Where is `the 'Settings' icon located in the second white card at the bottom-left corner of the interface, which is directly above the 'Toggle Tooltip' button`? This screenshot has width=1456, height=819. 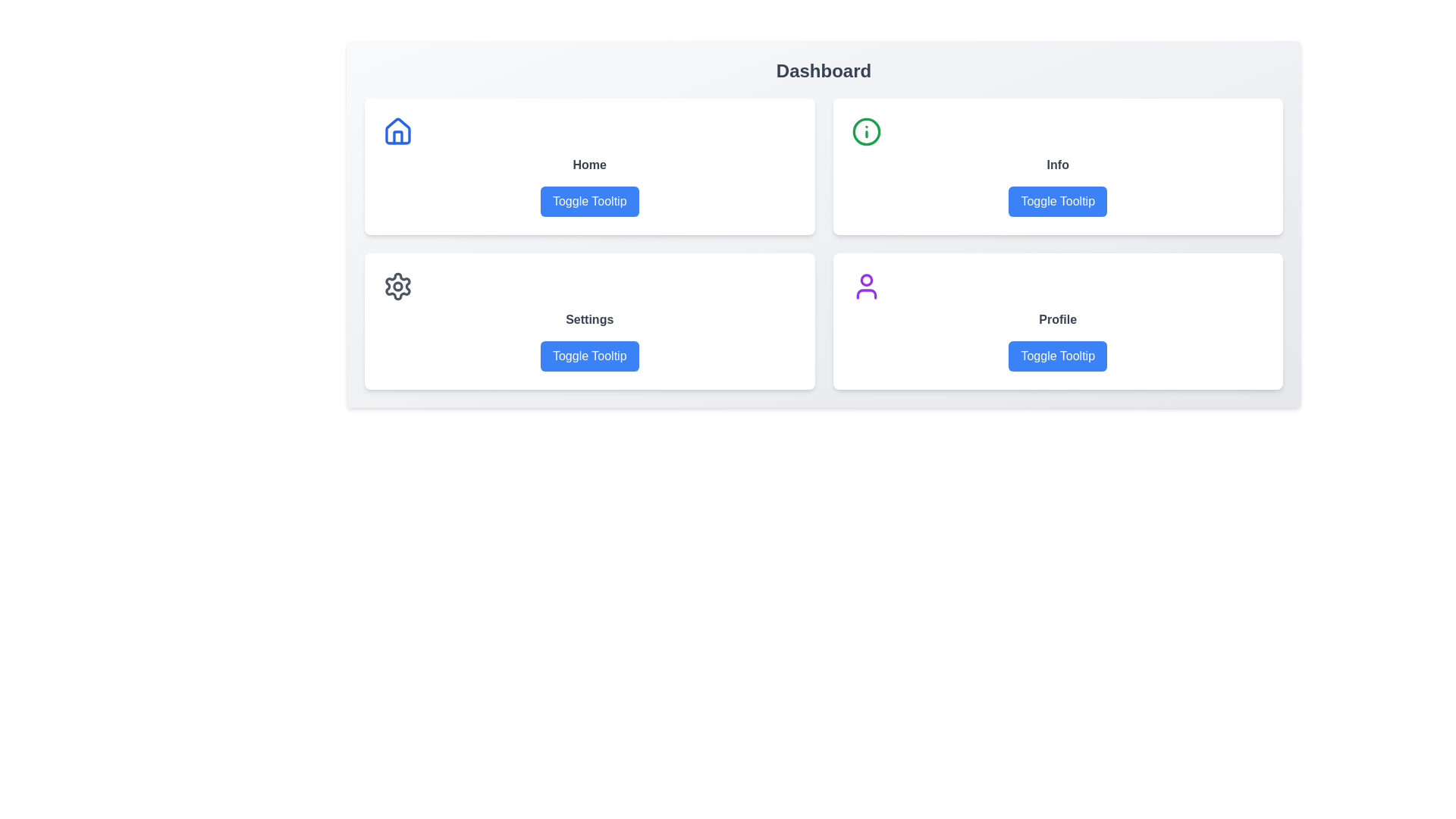
the 'Settings' icon located in the second white card at the bottom-left corner of the interface, which is directly above the 'Toggle Tooltip' button is located at coordinates (397, 287).